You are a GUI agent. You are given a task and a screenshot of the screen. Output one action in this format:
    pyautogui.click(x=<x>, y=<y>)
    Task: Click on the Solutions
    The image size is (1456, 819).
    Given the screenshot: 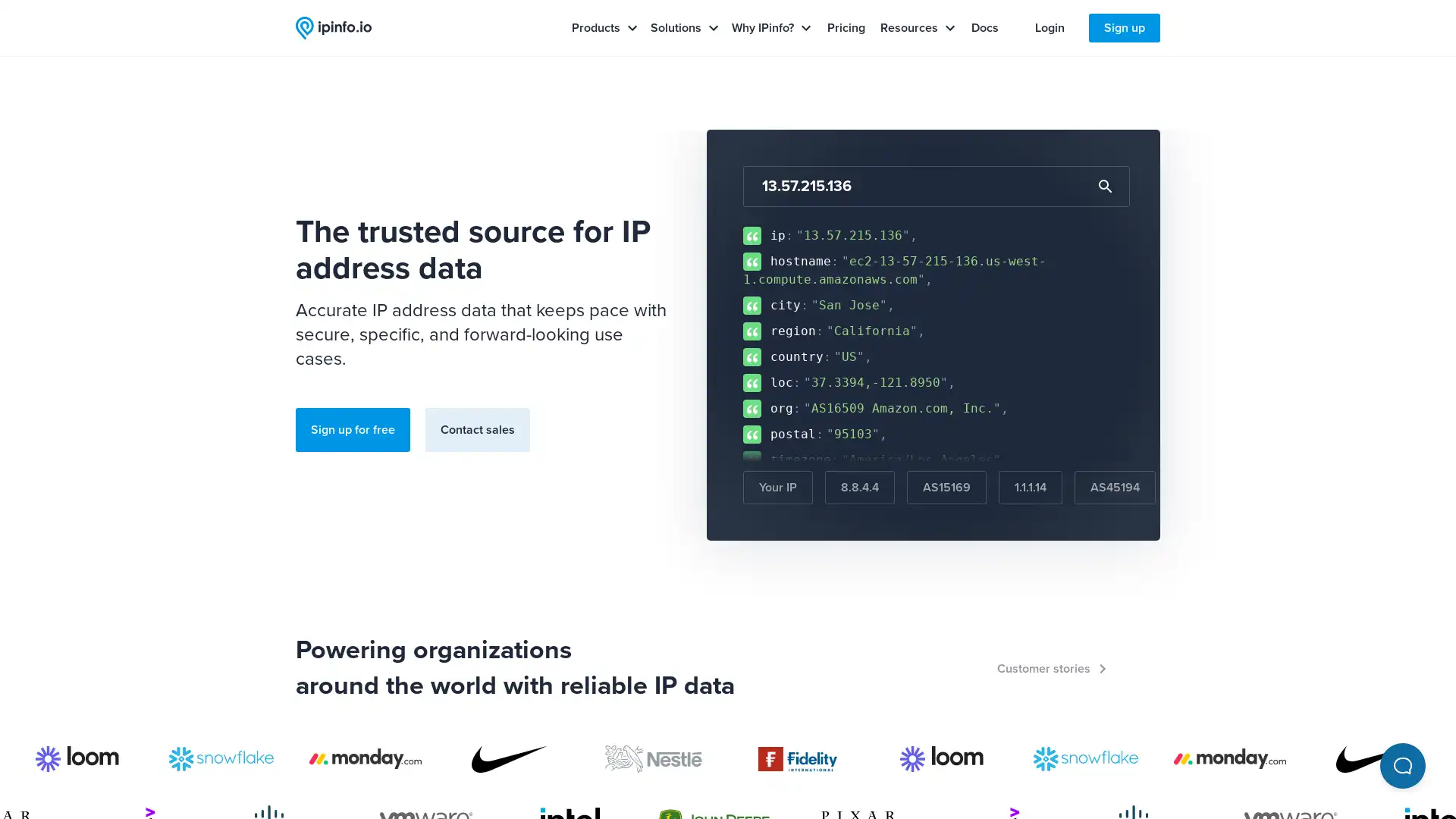 What is the action you would take?
    pyautogui.click(x=684, y=28)
    